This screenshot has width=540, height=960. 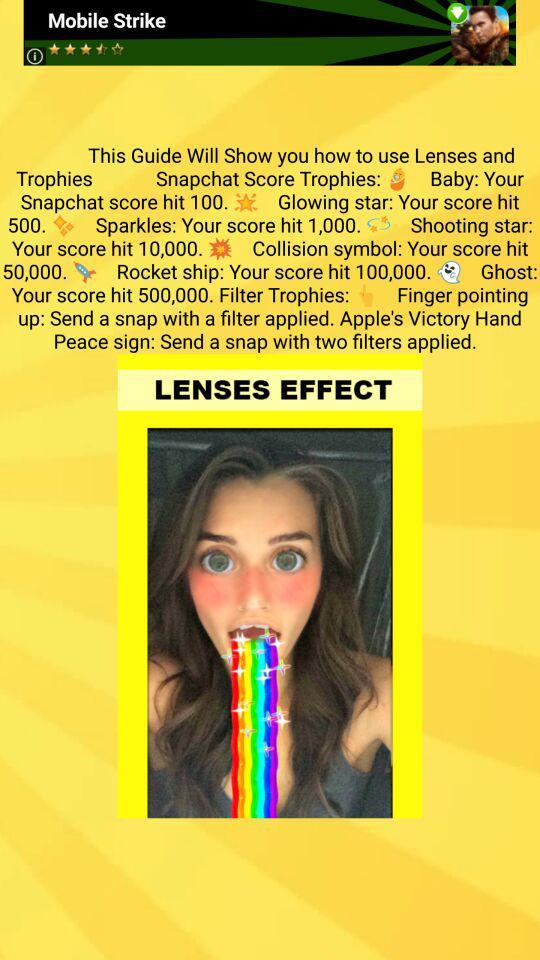 I want to click on the item above the this guide will item, so click(x=269, y=31).